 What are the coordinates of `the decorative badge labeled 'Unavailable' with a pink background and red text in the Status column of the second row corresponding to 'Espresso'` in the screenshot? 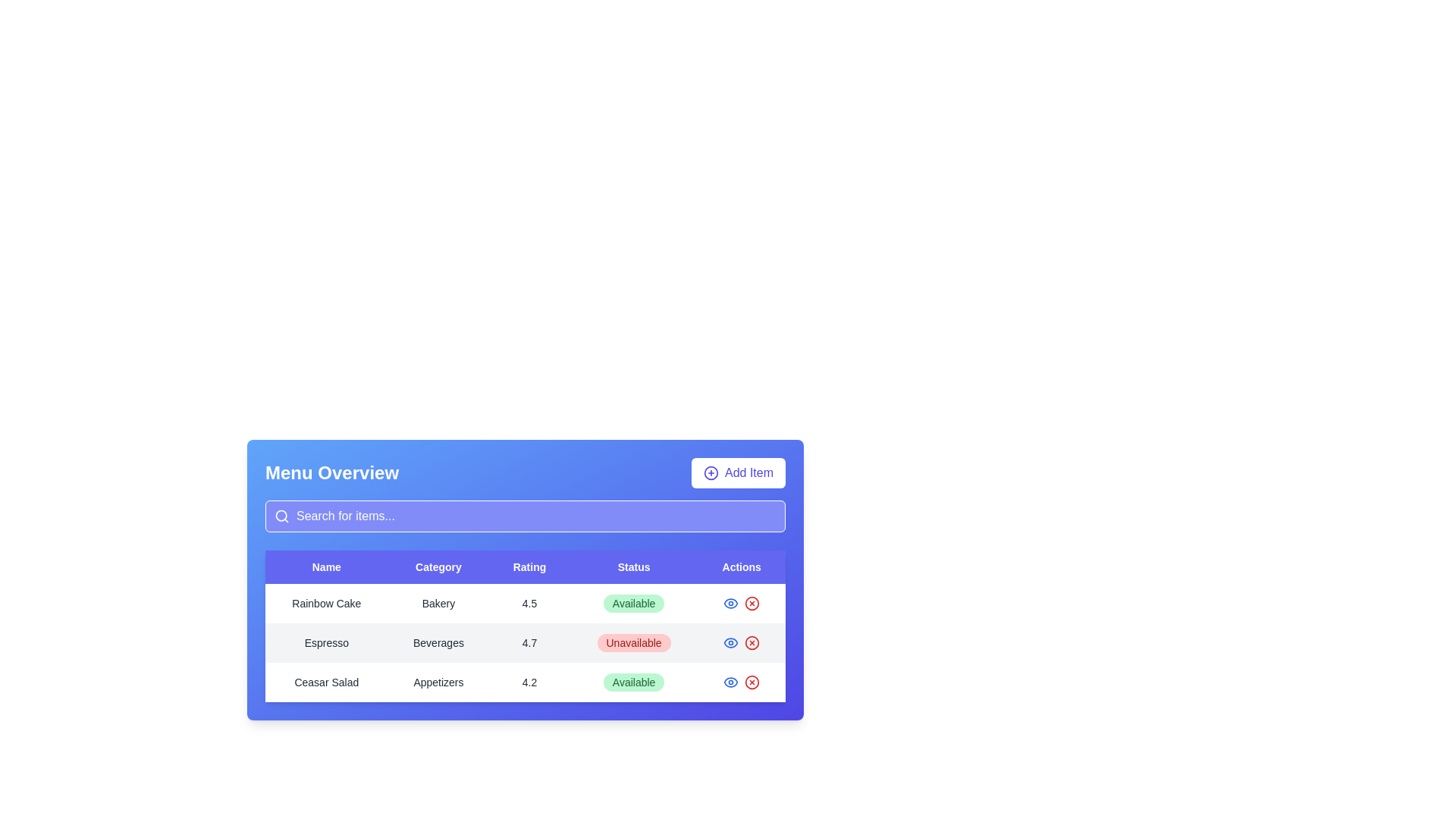 It's located at (634, 643).